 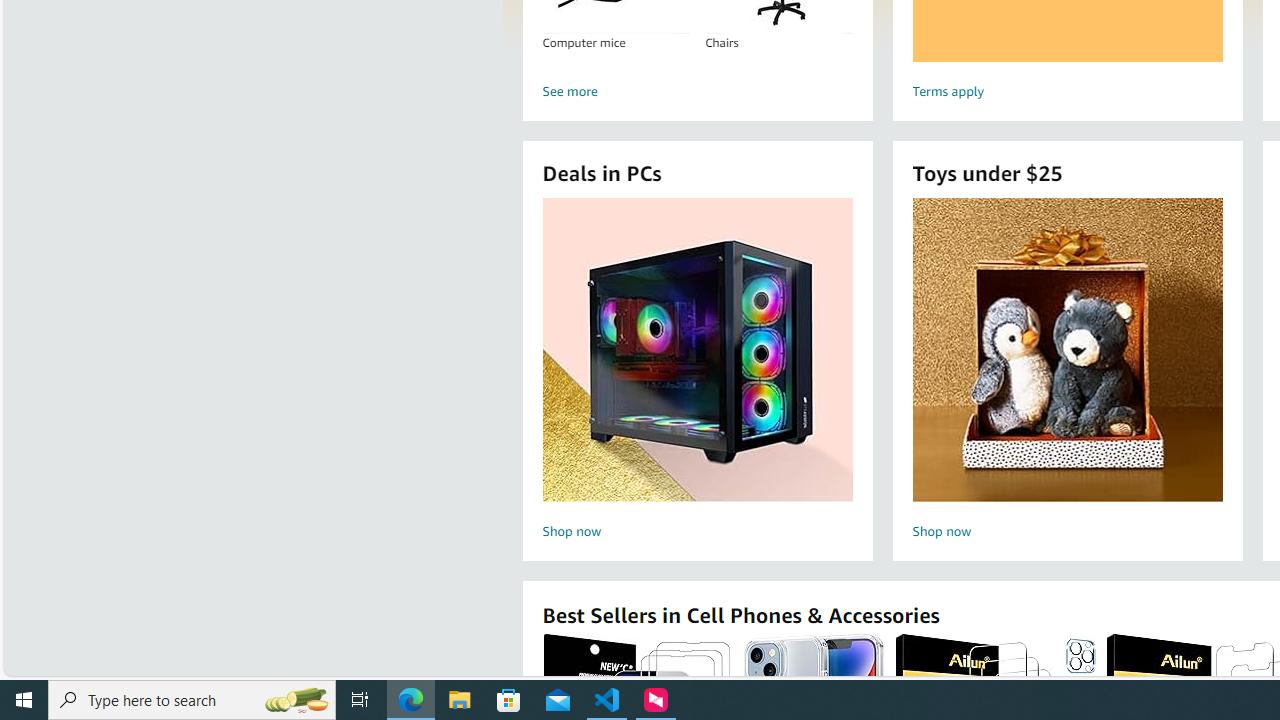 I want to click on 'Toys under $25', so click(x=1066, y=348).